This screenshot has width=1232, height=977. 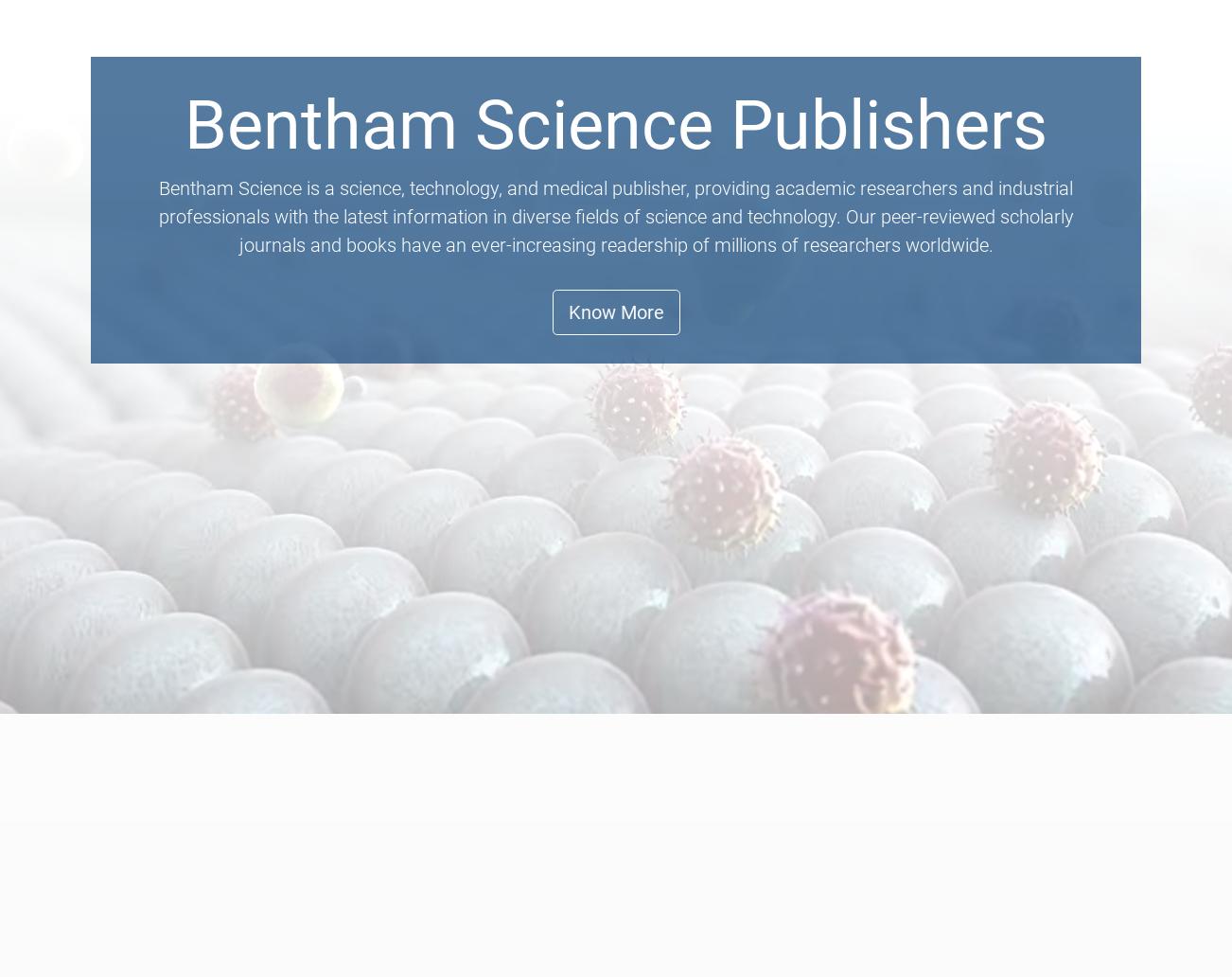 I want to click on 'Register', so click(x=1014, y=41).